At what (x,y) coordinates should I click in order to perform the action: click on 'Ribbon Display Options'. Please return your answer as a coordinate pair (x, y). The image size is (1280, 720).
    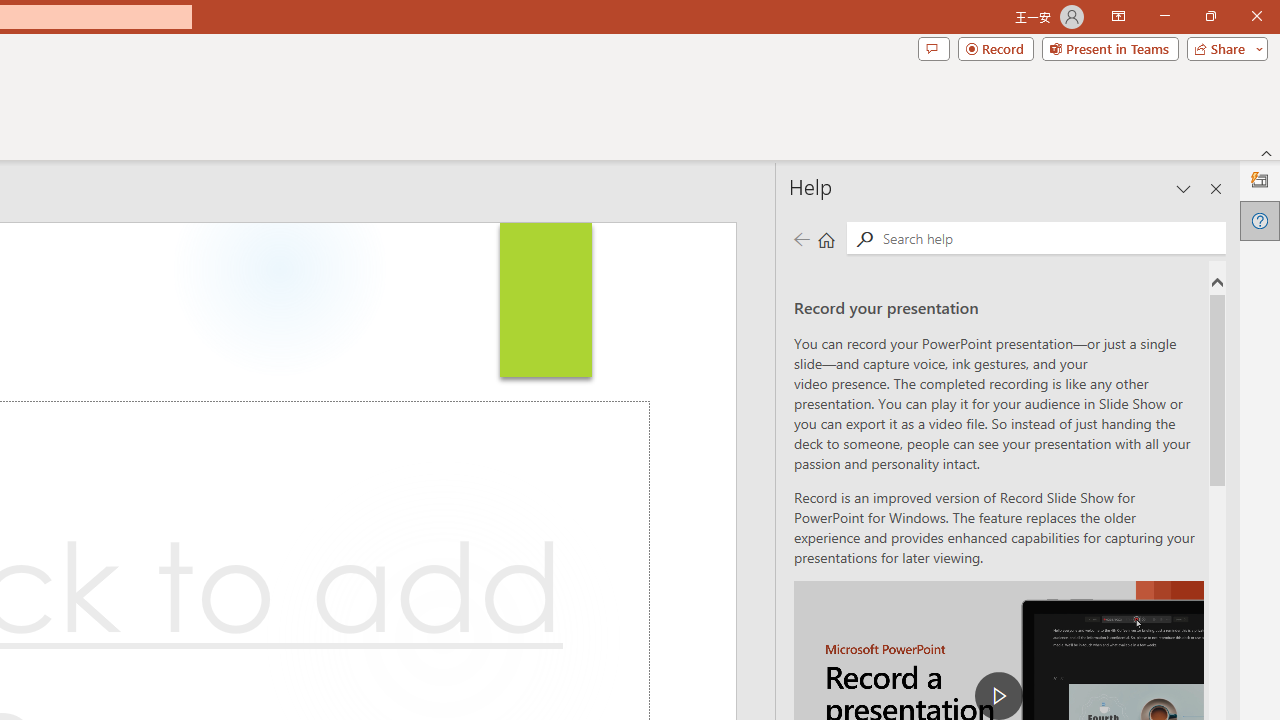
    Looking at the image, I should click on (1117, 16).